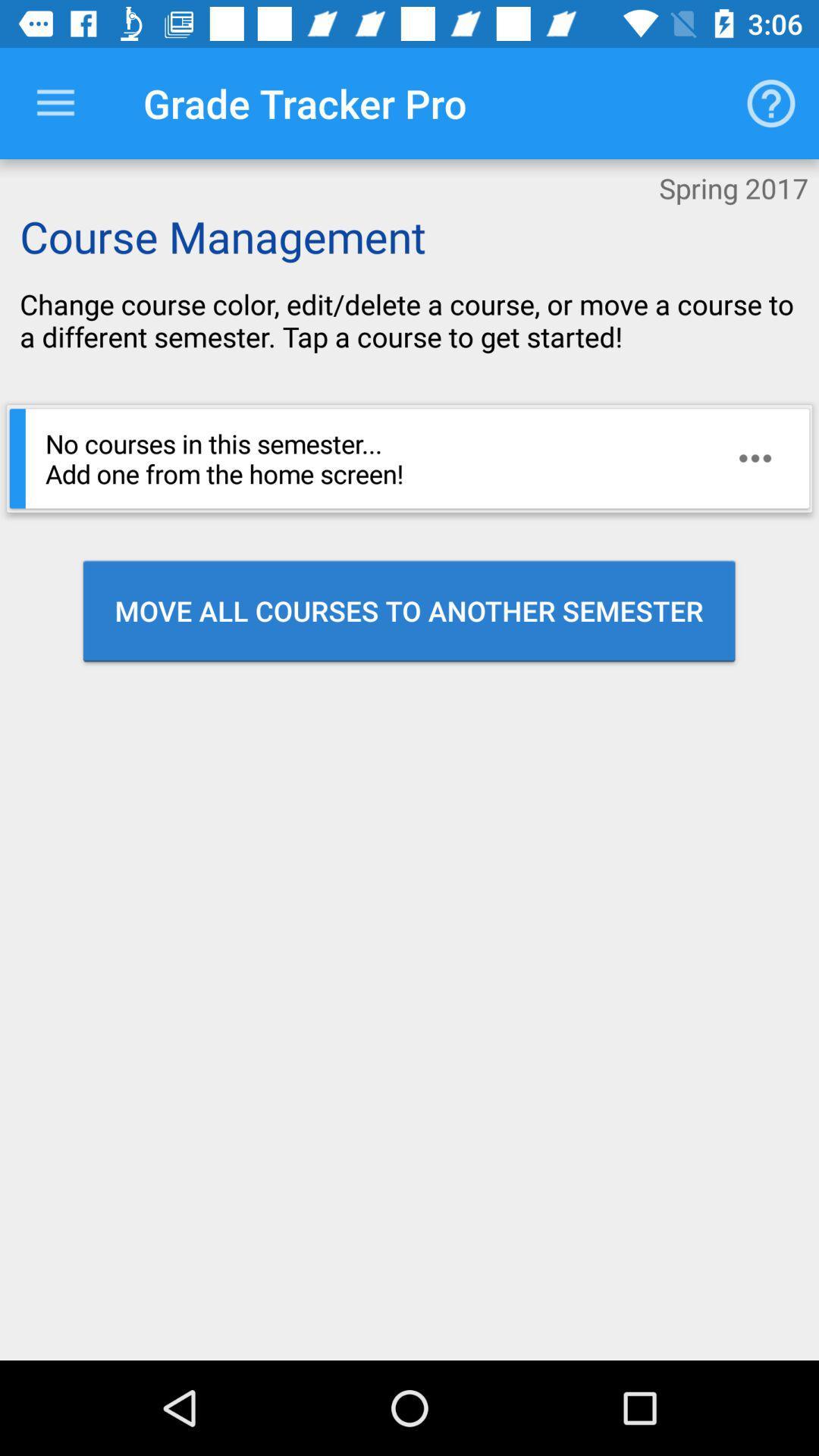 The height and width of the screenshot is (1456, 819). Describe the element at coordinates (408, 610) in the screenshot. I see `the move all courses item` at that location.